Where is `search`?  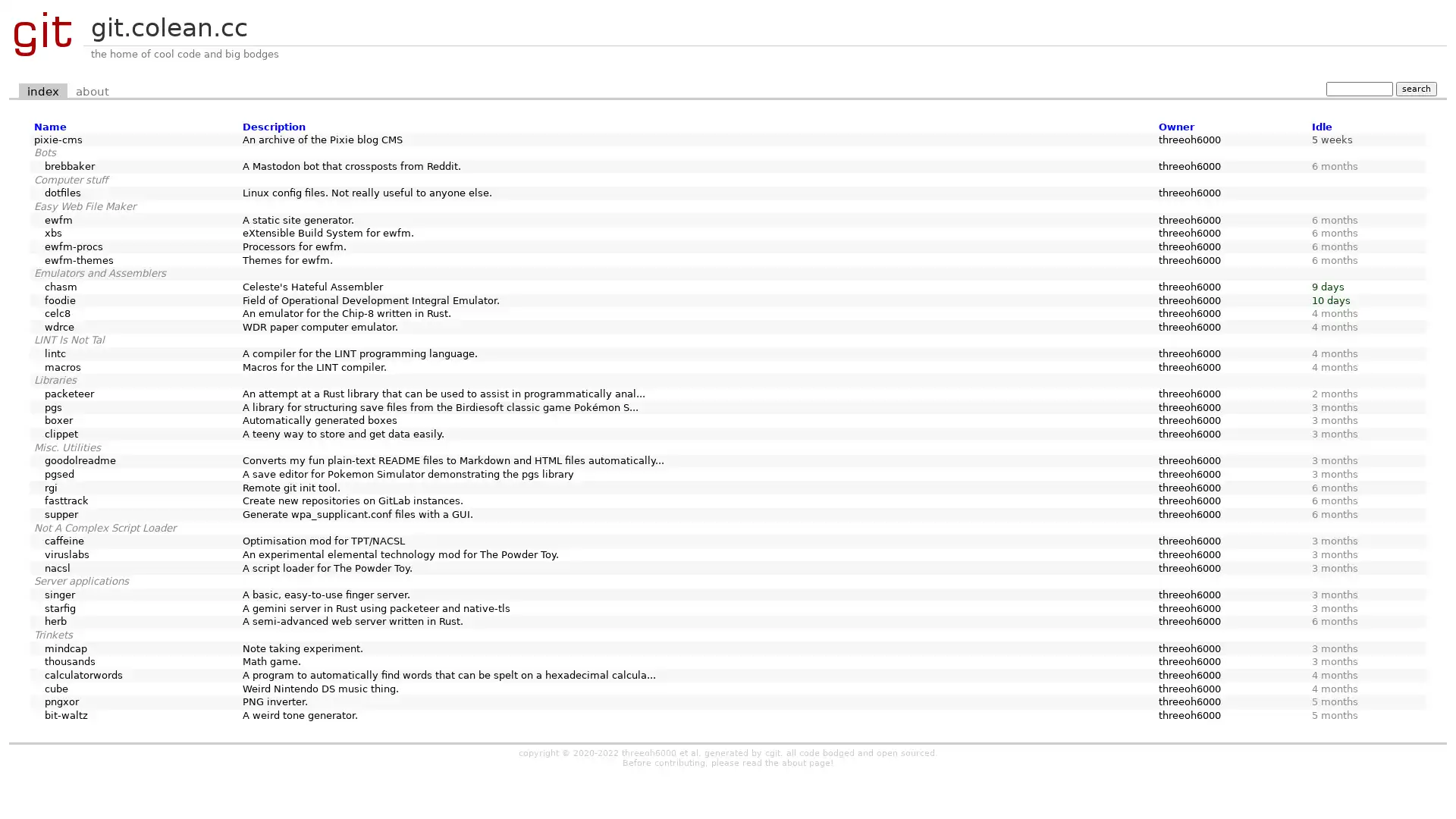 search is located at coordinates (1415, 88).